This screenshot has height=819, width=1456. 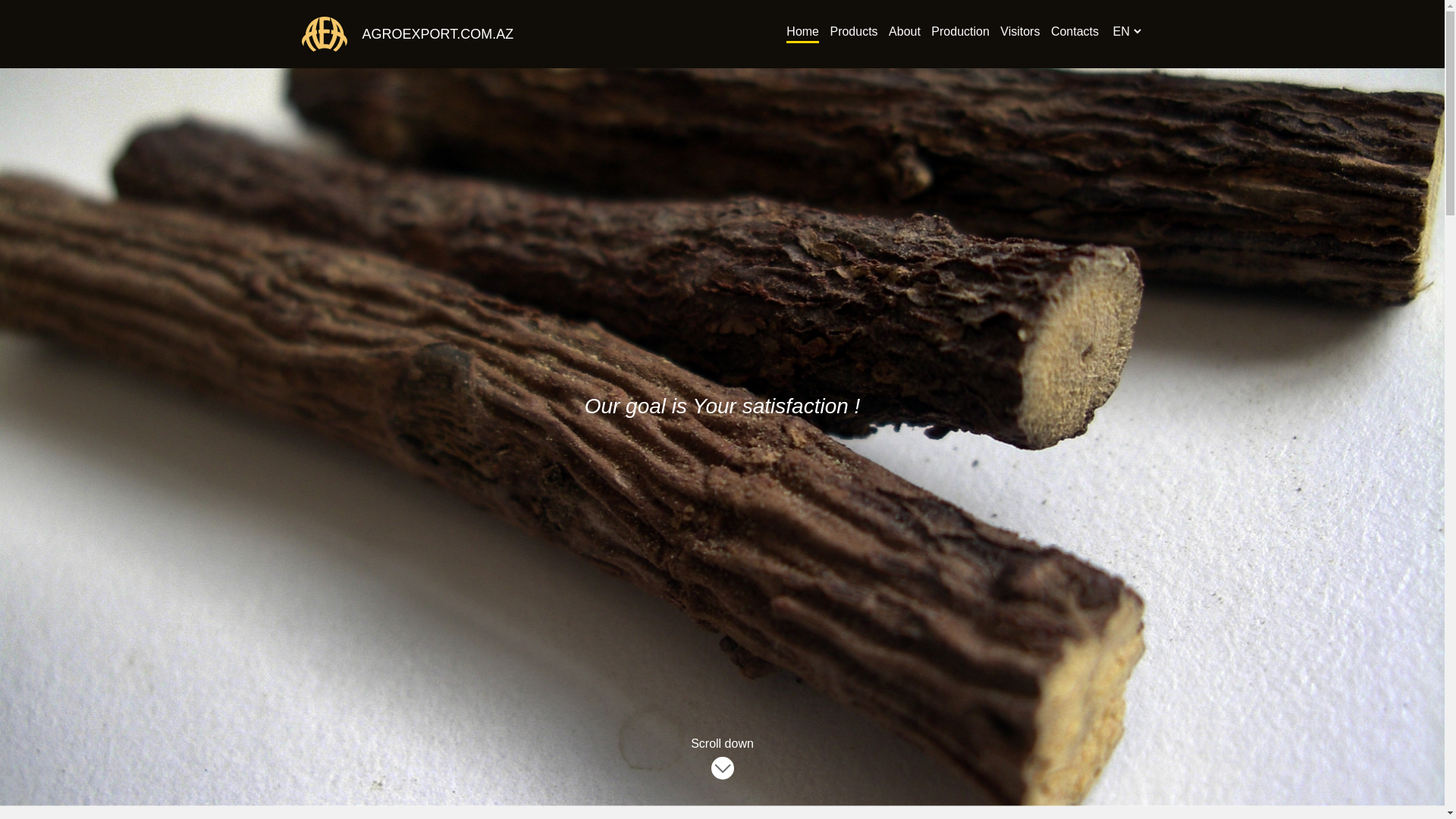 I want to click on 'About', so click(x=905, y=33).